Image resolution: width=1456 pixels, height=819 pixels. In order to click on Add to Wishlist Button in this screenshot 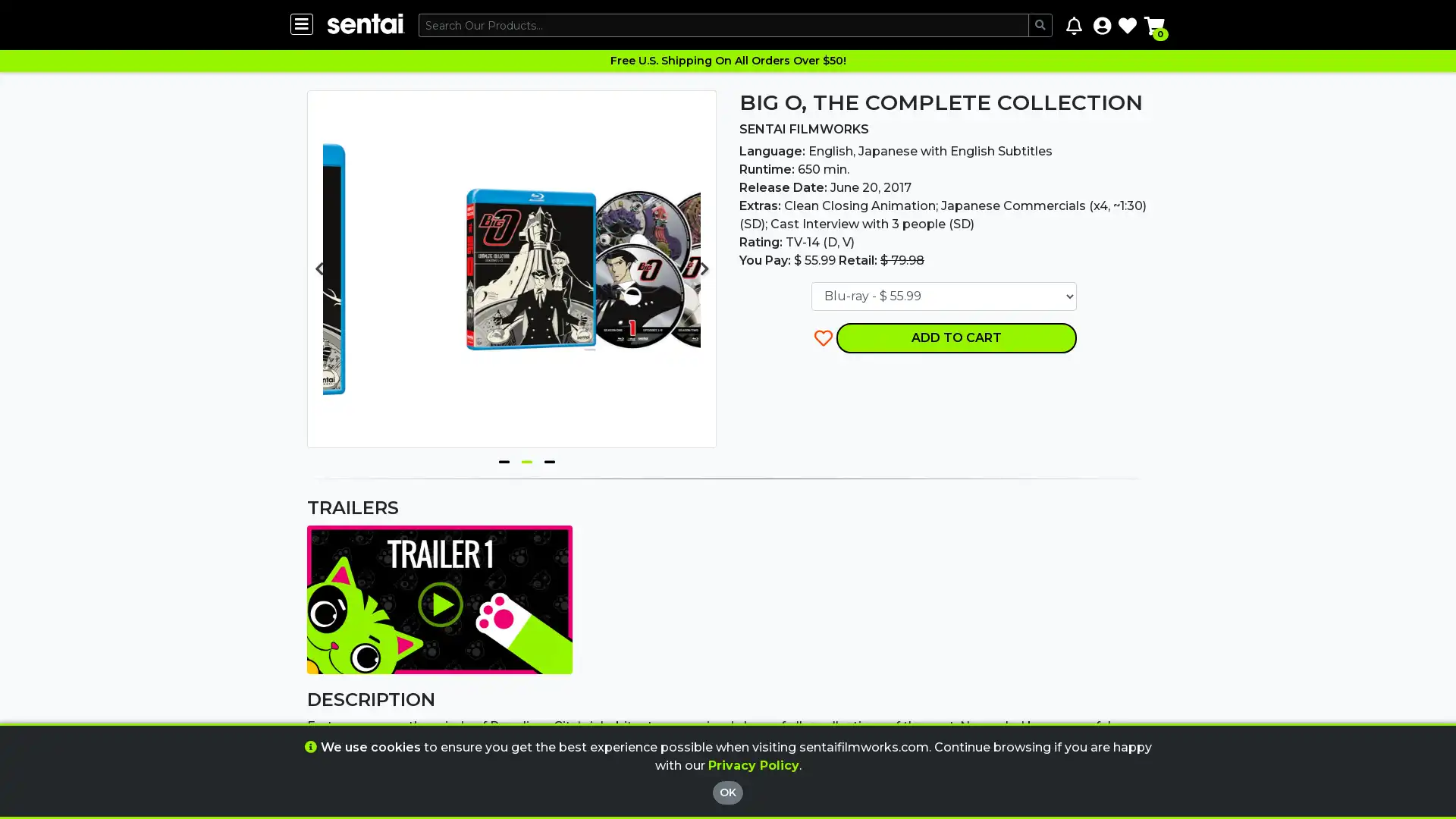, I will do `click(823, 336)`.